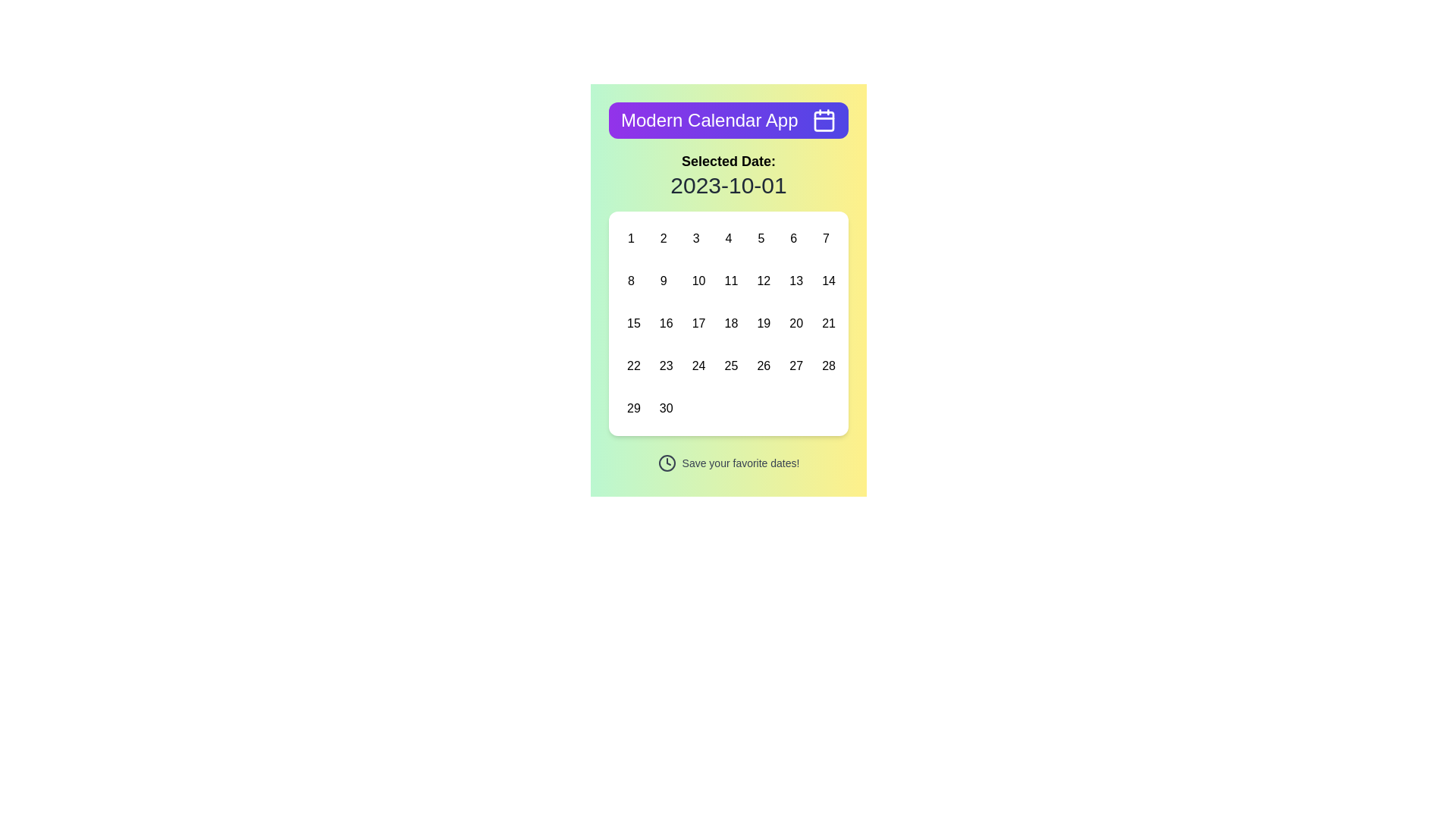 This screenshot has height=819, width=1456. I want to click on the small button labeled '15' in the calendar grid, so click(630, 323).